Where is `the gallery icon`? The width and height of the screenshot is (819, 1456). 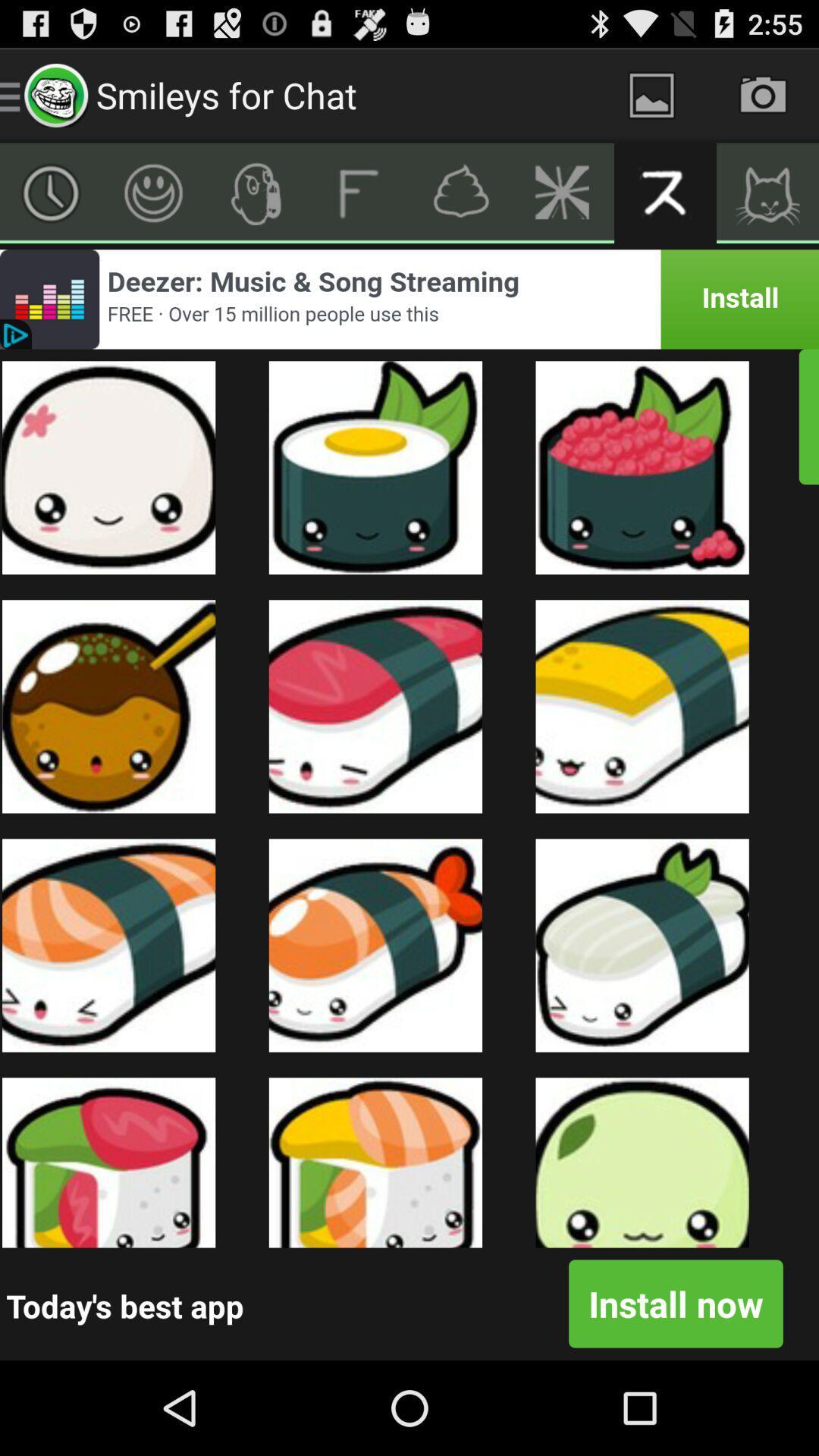
the gallery icon is located at coordinates (651, 94).